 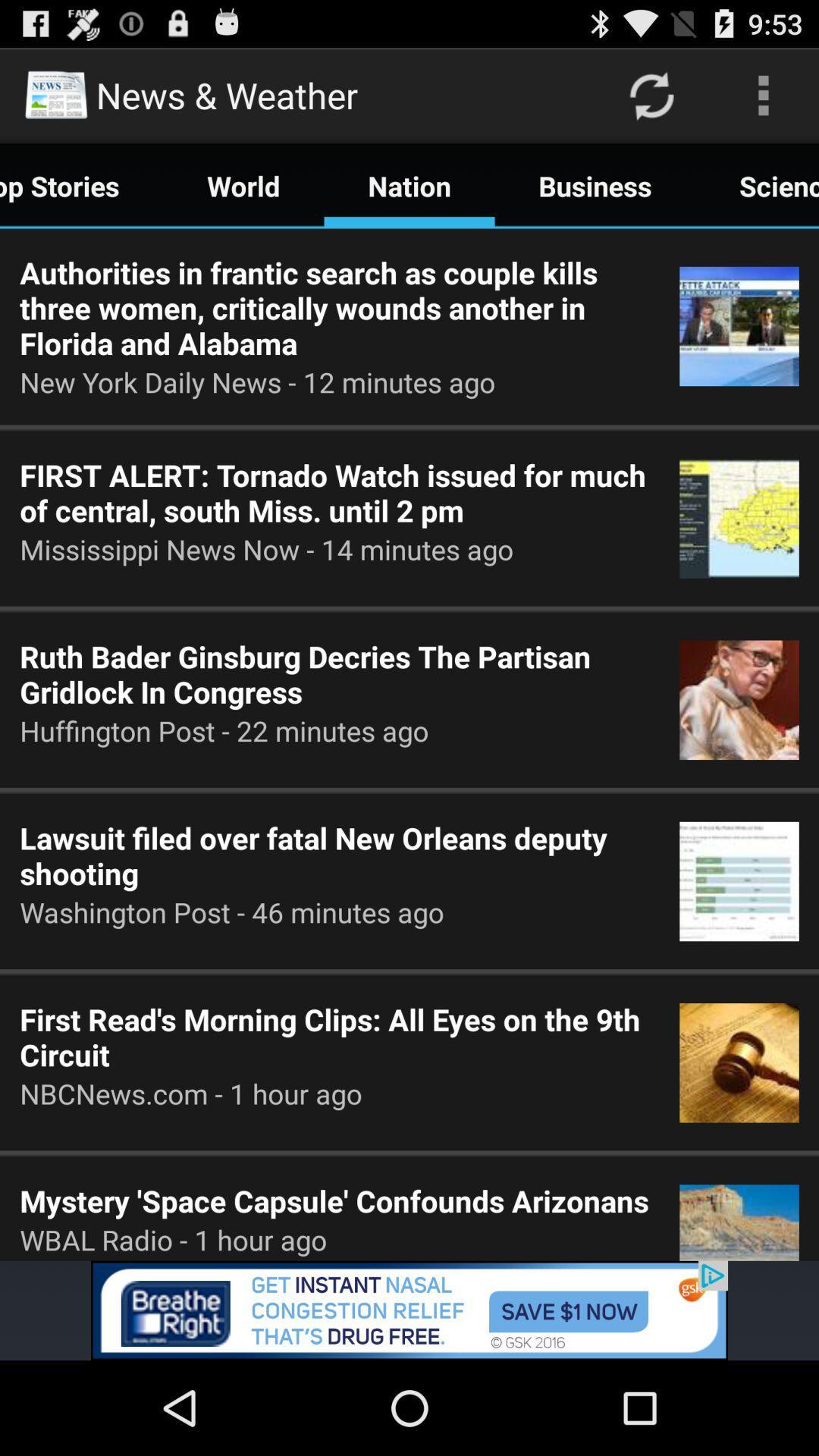 I want to click on the image right to the text mystery space capsule confounds arizonans, so click(x=739, y=1208).